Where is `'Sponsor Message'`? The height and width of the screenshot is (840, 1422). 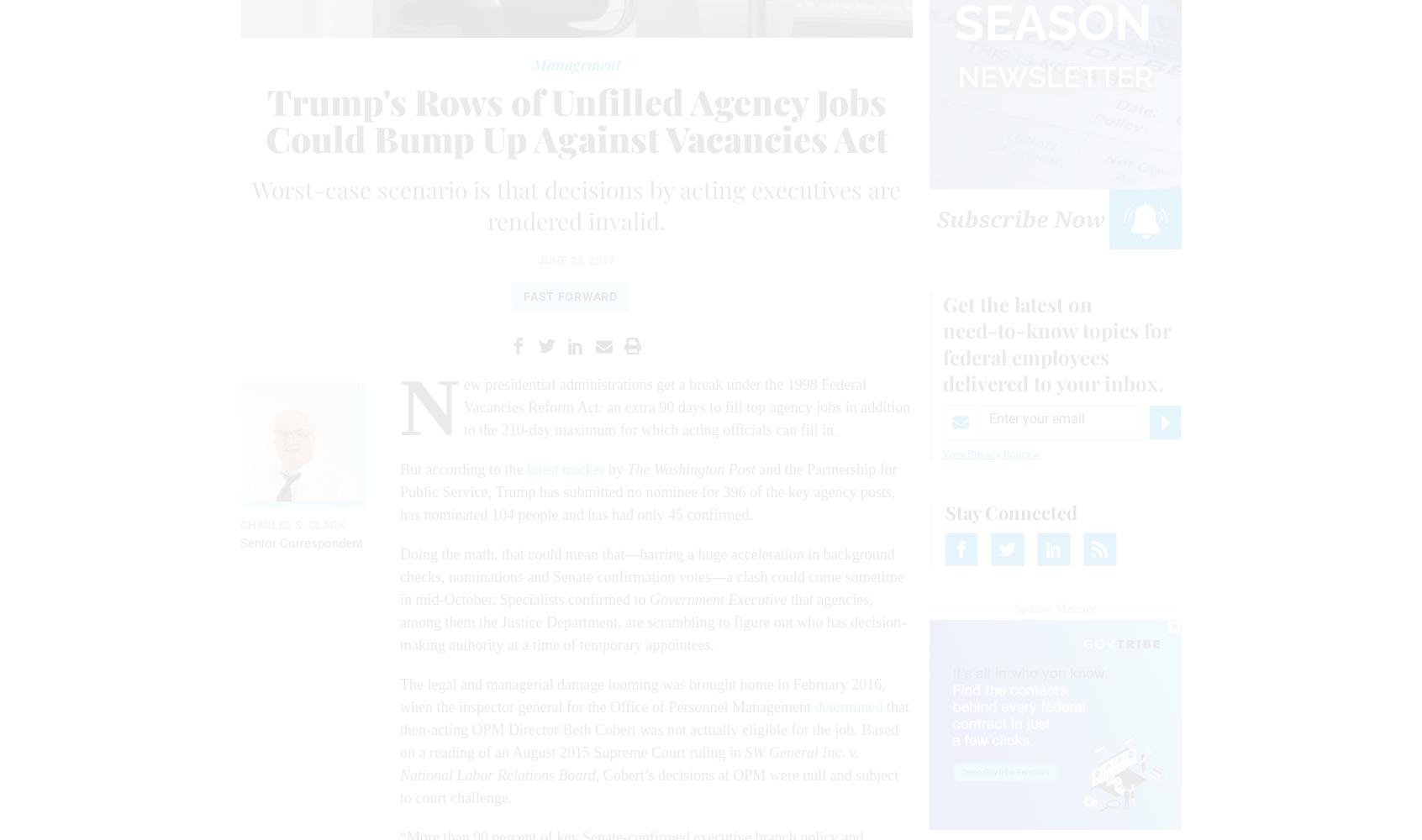 'Sponsor Message' is located at coordinates (1014, 606).